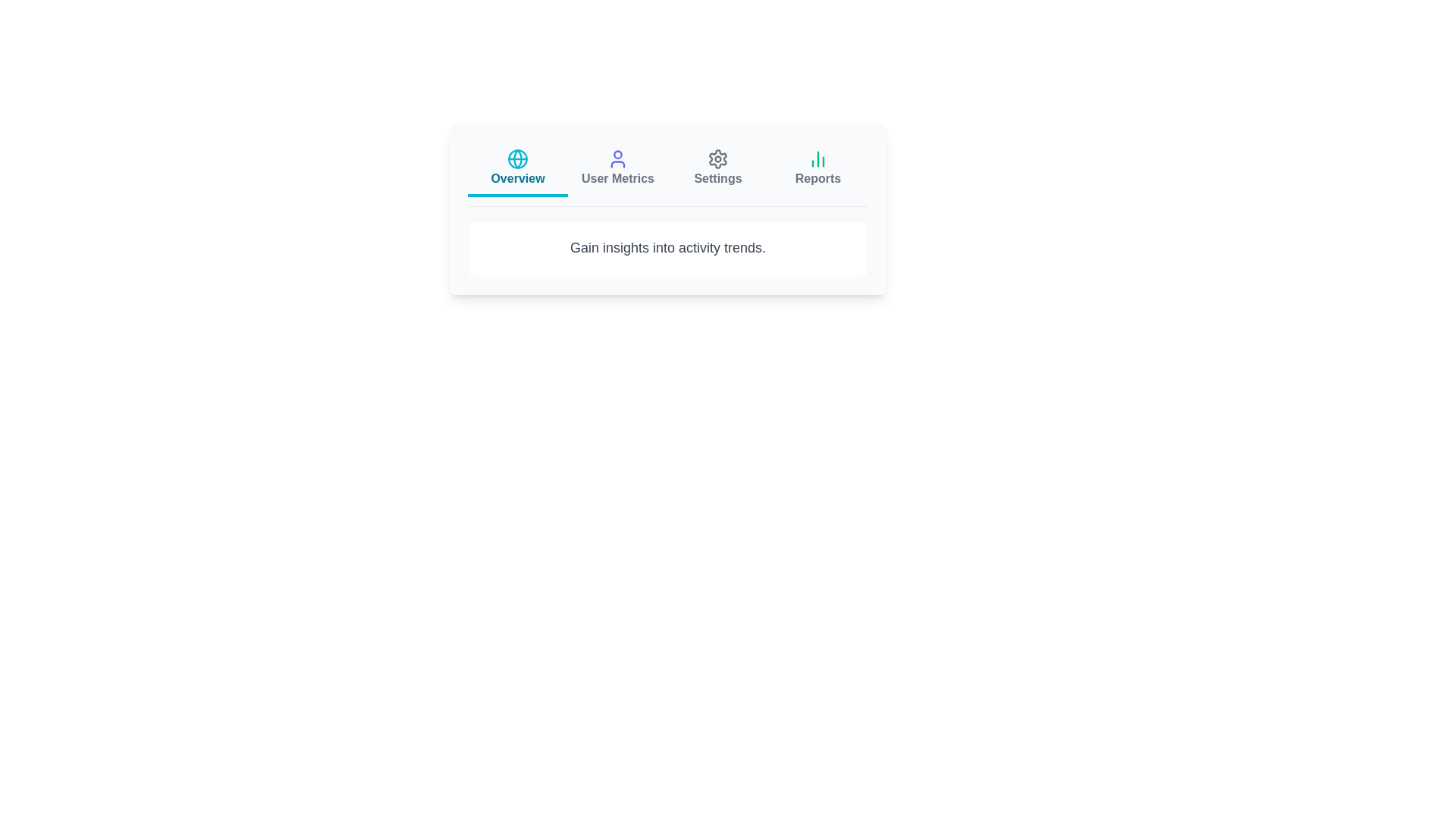 The height and width of the screenshot is (819, 1456). I want to click on the tab labeled Overview, so click(517, 169).